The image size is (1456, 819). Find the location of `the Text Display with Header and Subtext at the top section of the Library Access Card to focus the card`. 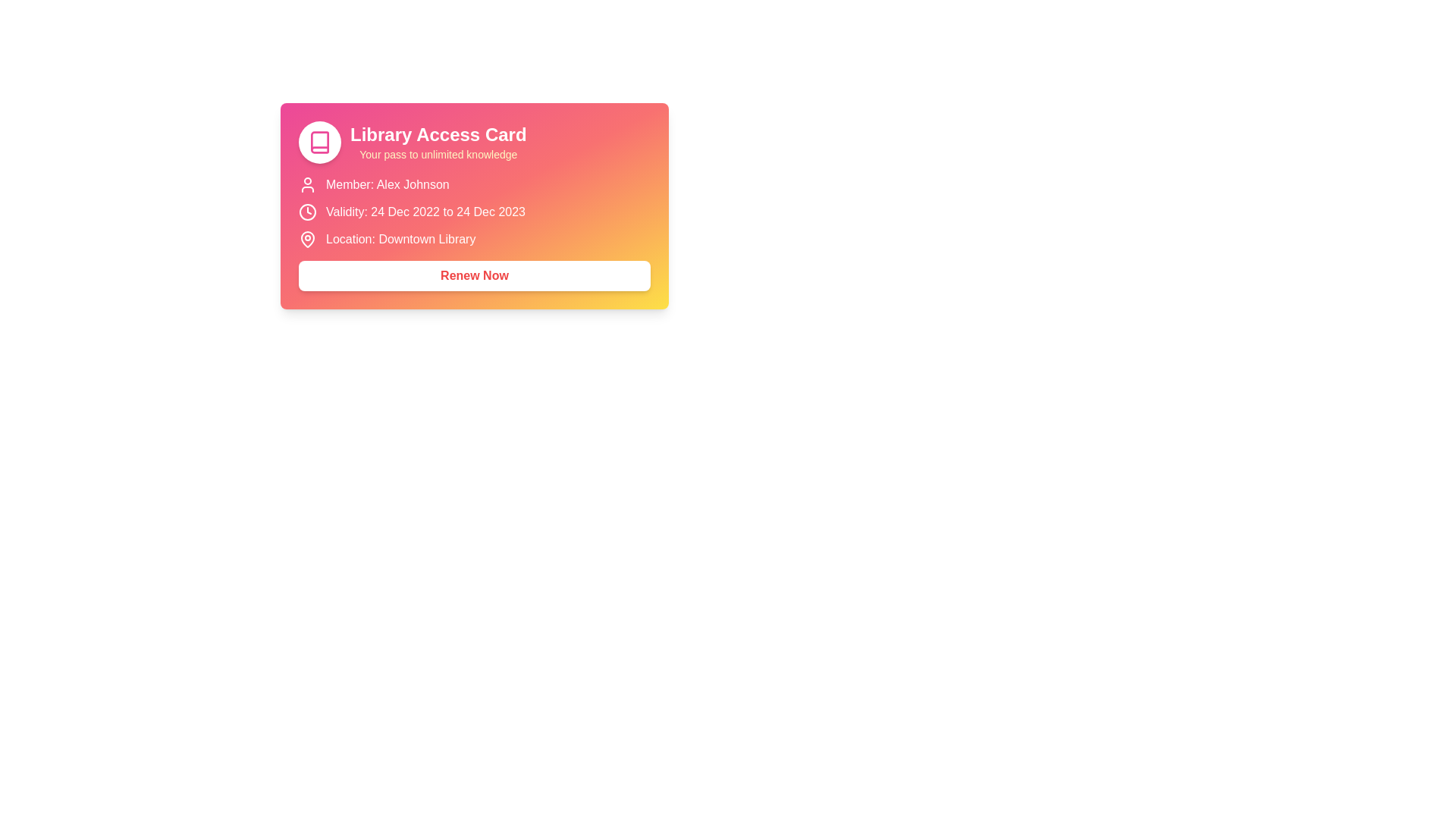

the Text Display with Header and Subtext at the top section of the Library Access Card to focus the card is located at coordinates (473, 143).